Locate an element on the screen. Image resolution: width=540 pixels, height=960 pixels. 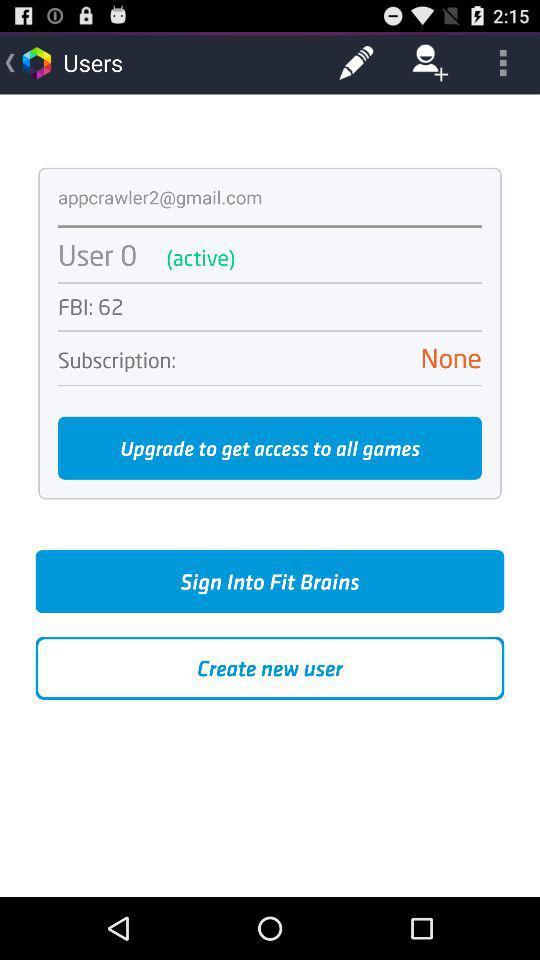
item below the user 0 app is located at coordinates (270, 282).